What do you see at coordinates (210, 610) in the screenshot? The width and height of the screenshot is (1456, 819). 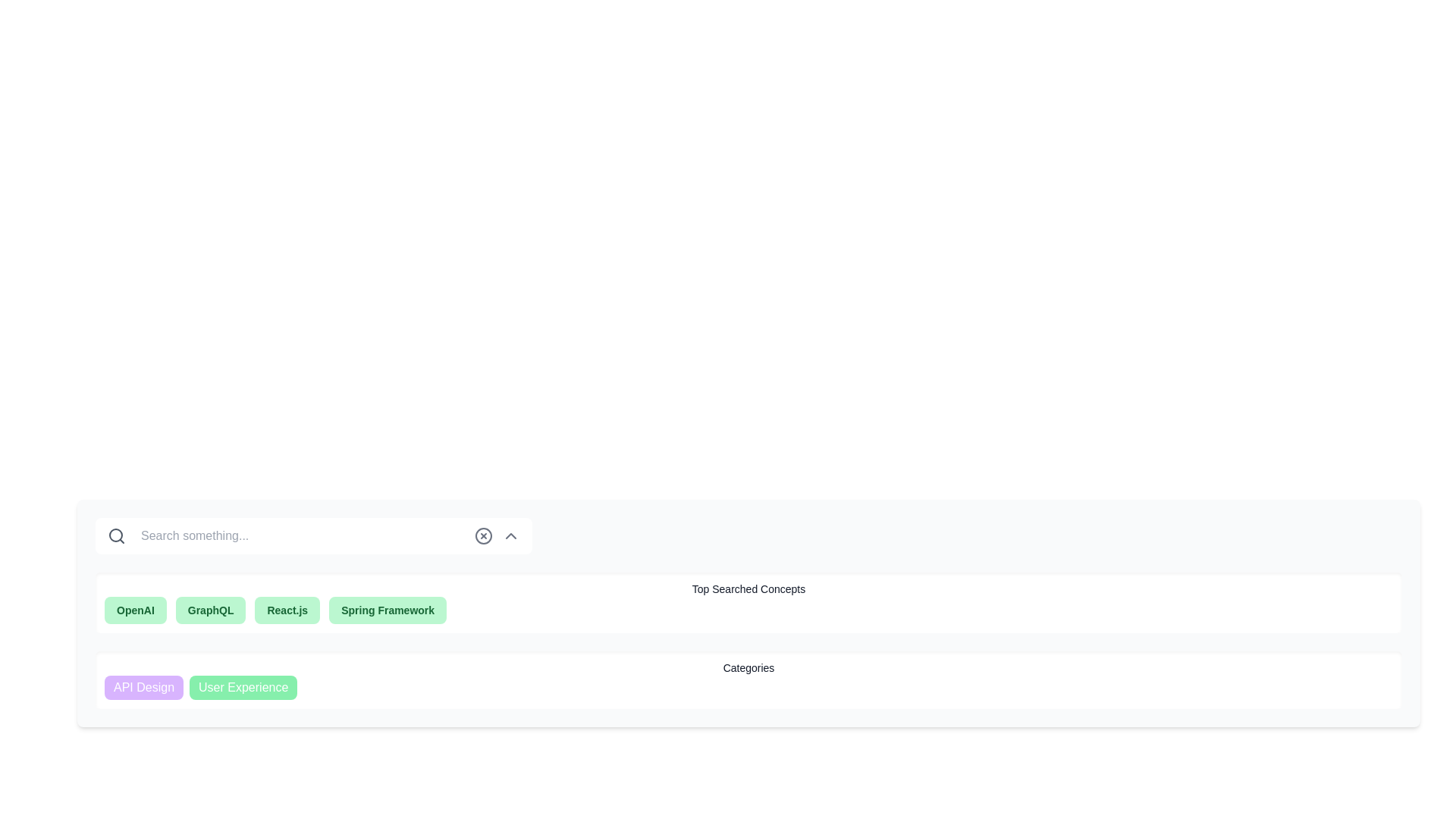 I see `the 'GraphQL' button, which is the second button in a horizontal row of four, positioned between 'OpenAI' and 'React.js'` at bounding box center [210, 610].